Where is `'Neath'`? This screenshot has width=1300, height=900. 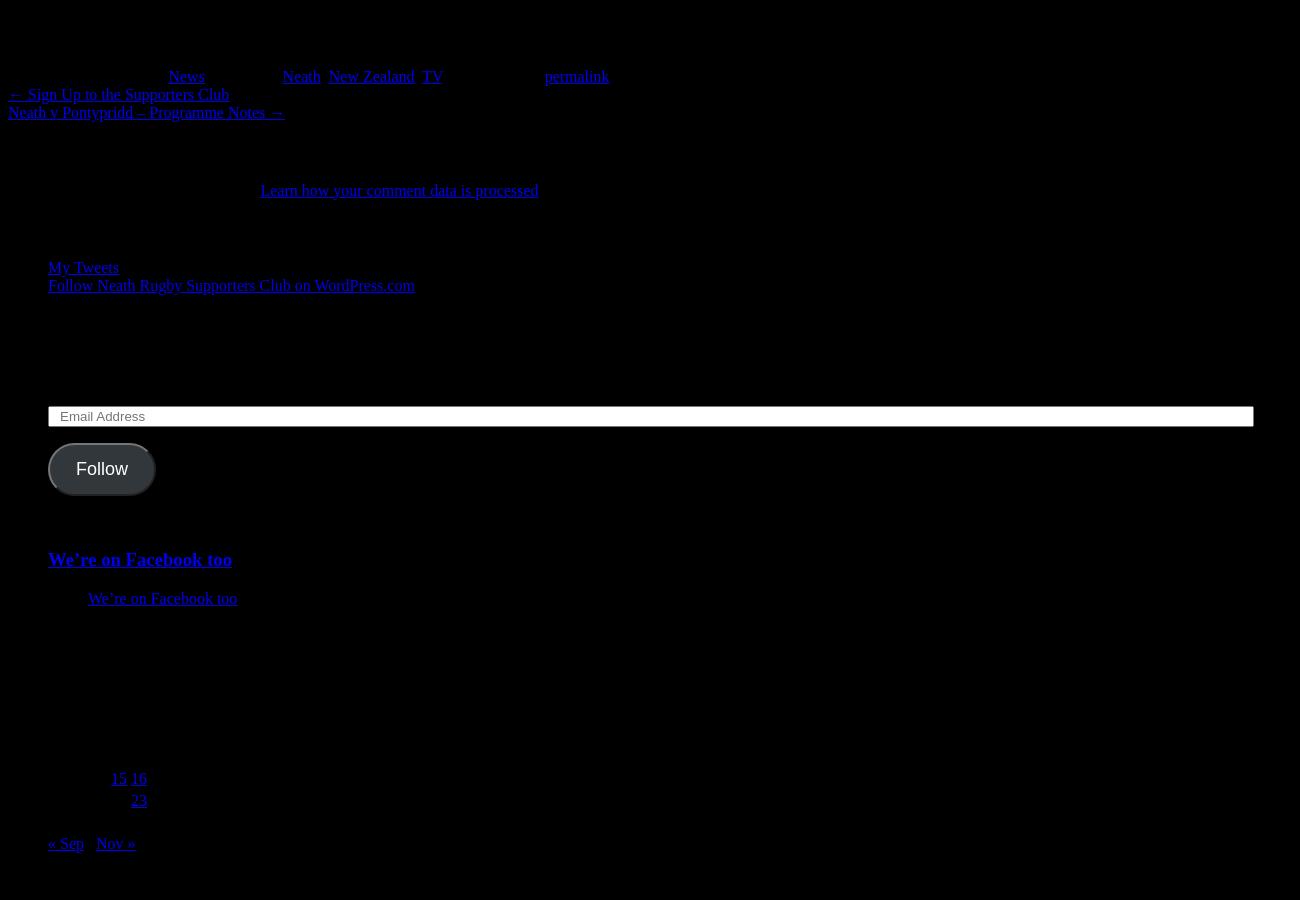
'Neath' is located at coordinates (300, 75).